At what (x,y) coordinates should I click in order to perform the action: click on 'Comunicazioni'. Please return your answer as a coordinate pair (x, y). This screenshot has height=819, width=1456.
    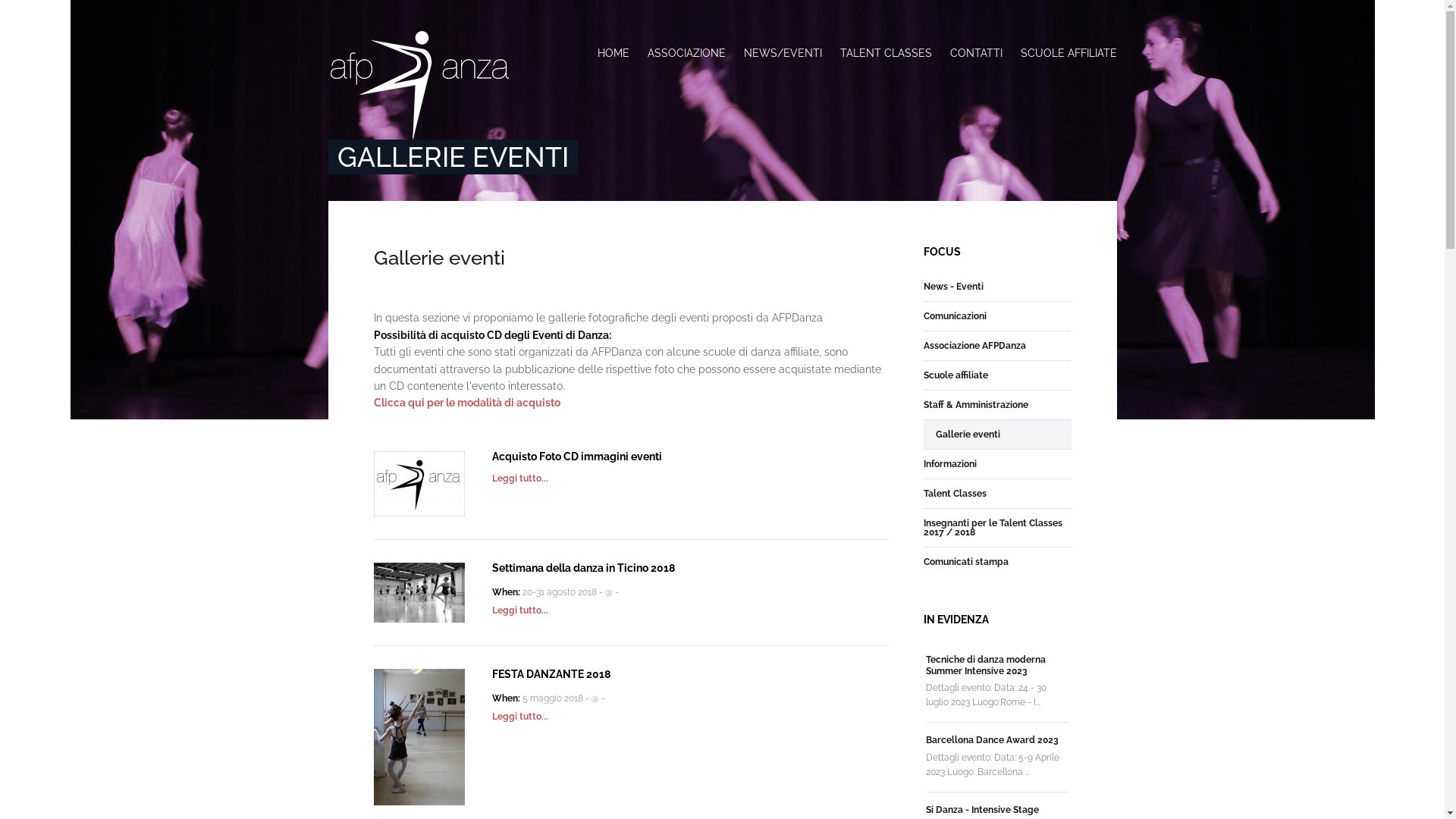
    Looking at the image, I should click on (923, 315).